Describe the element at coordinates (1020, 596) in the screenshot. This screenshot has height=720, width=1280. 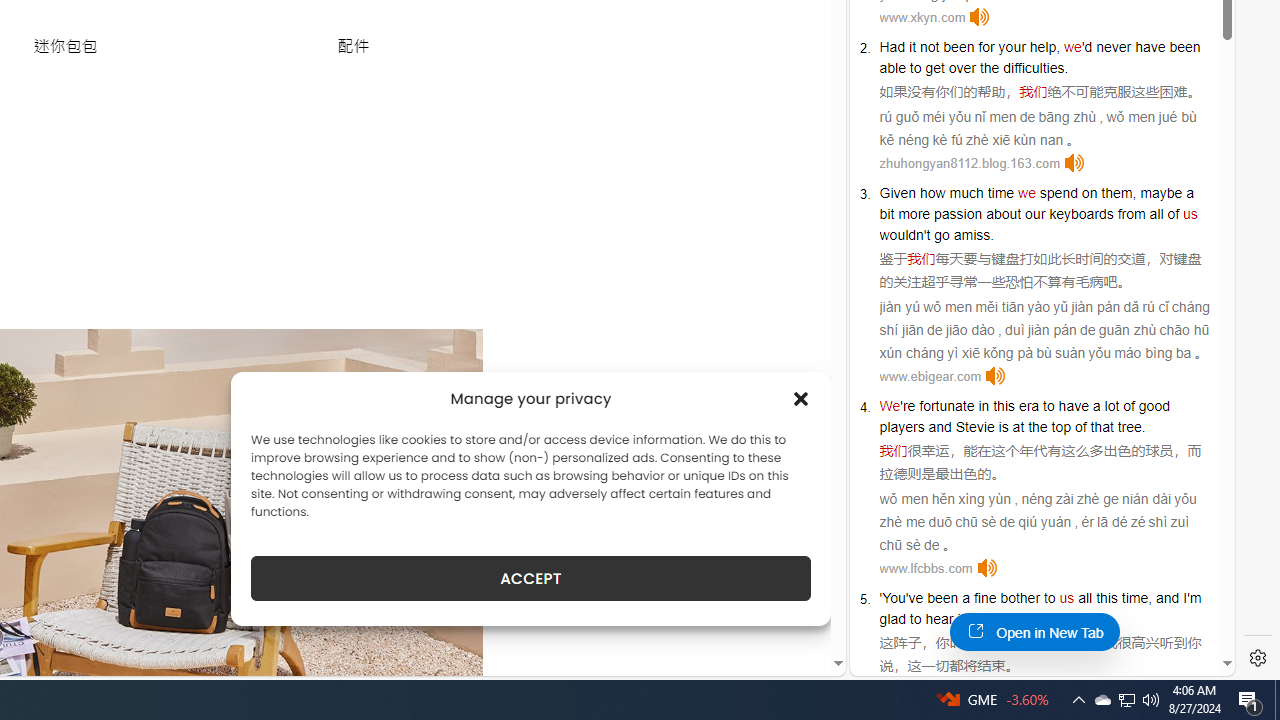
I see `'bother'` at that location.